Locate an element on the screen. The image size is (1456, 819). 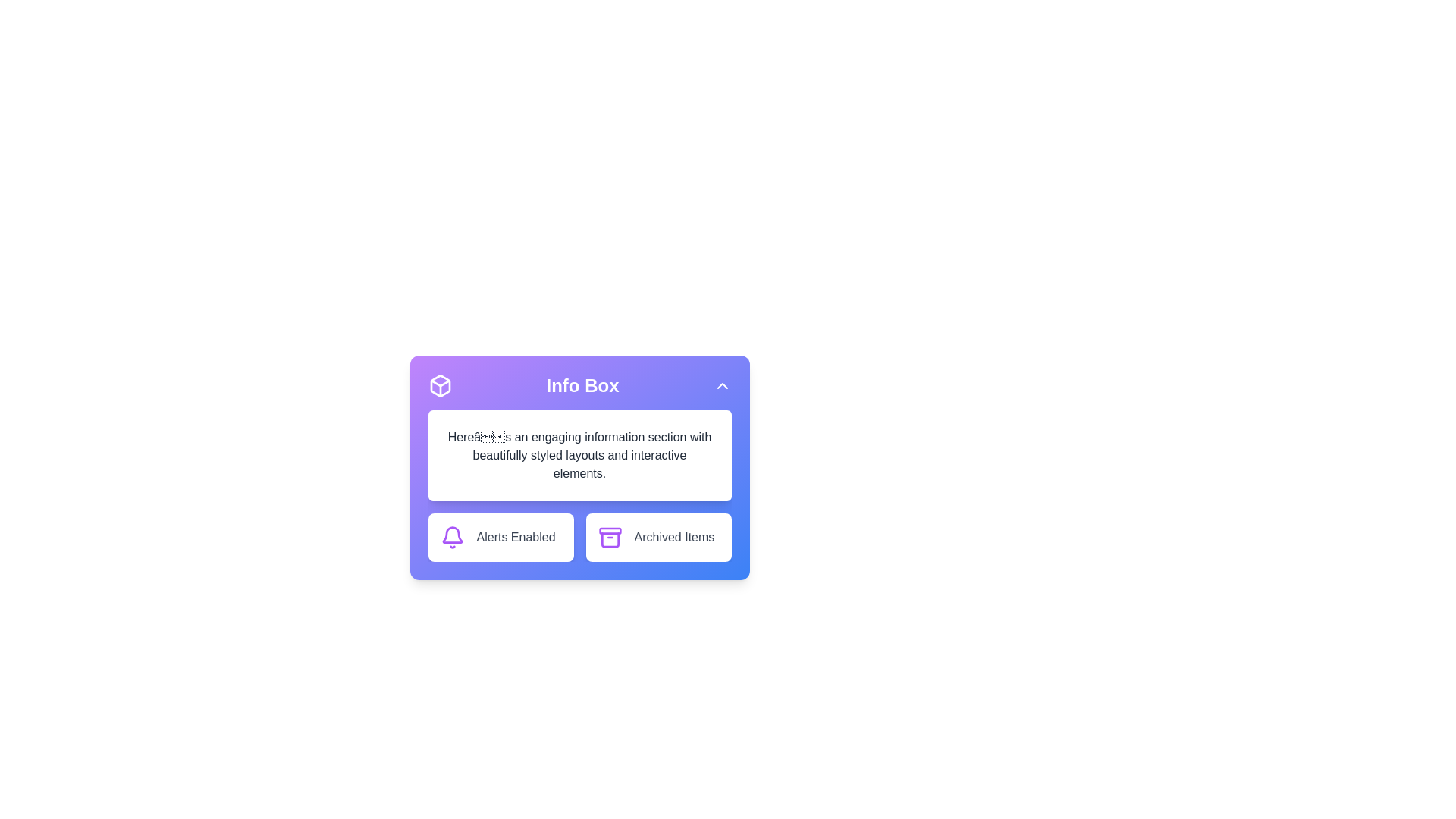
the decorative cube icon located in the top-left corner of the purple 'Info Box' panel is located at coordinates (439, 385).